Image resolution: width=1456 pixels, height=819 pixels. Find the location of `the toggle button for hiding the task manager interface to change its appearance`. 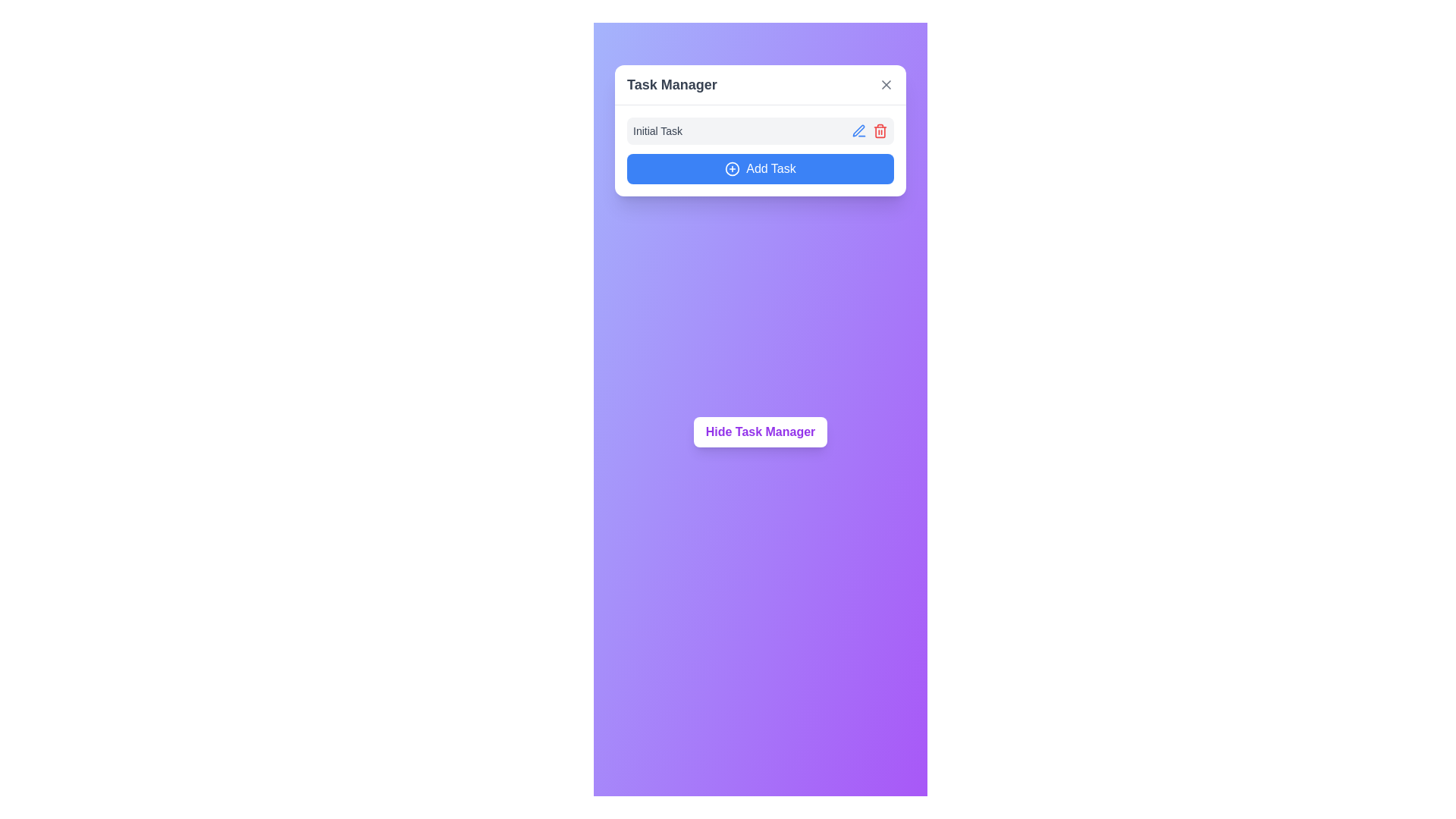

the toggle button for hiding the task manager interface to change its appearance is located at coordinates (761, 432).